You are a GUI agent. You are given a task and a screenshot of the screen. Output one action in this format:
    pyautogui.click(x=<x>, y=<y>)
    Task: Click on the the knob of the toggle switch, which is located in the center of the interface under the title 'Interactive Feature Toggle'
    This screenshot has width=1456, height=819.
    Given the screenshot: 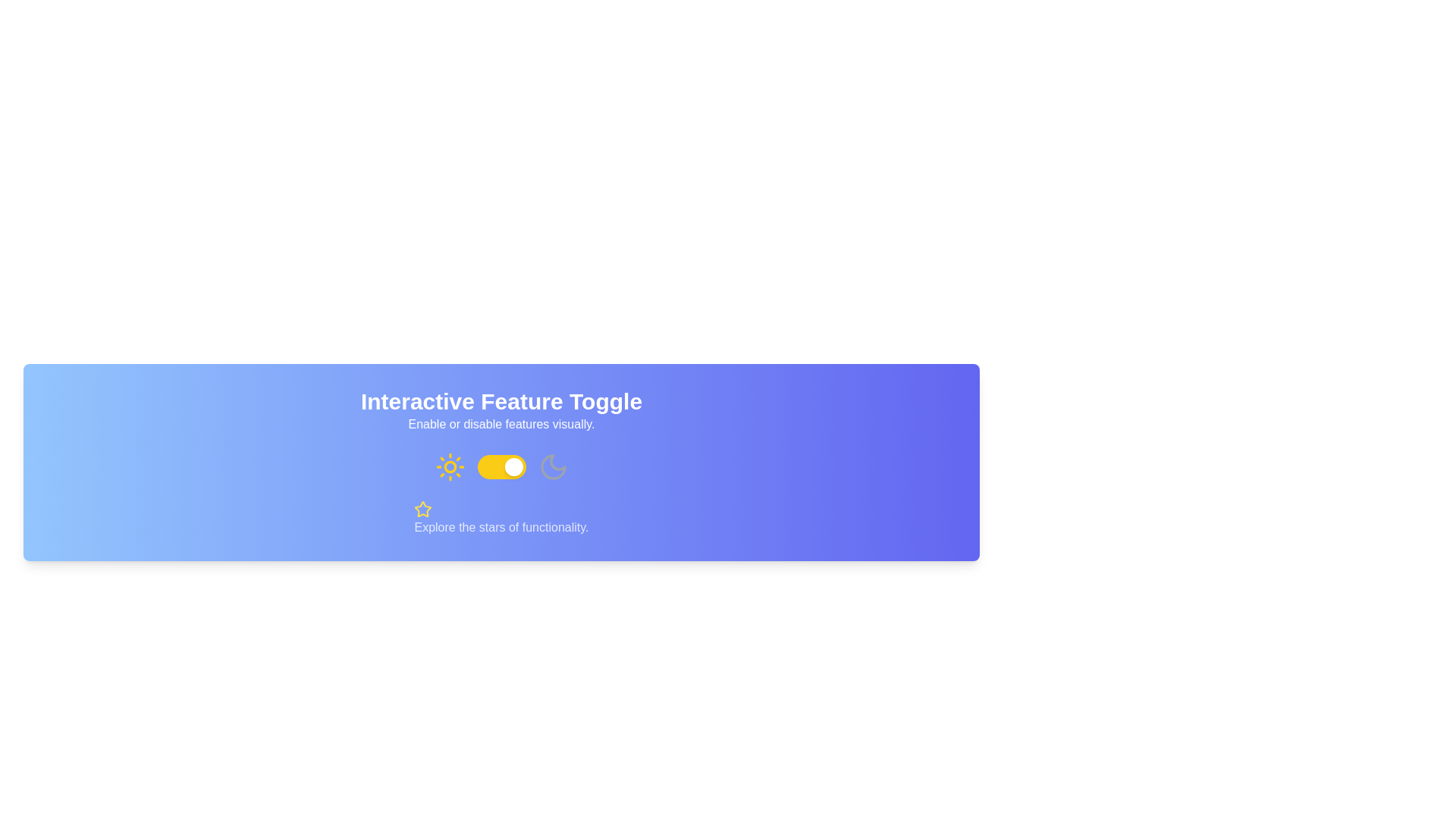 What is the action you would take?
    pyautogui.click(x=501, y=466)
    